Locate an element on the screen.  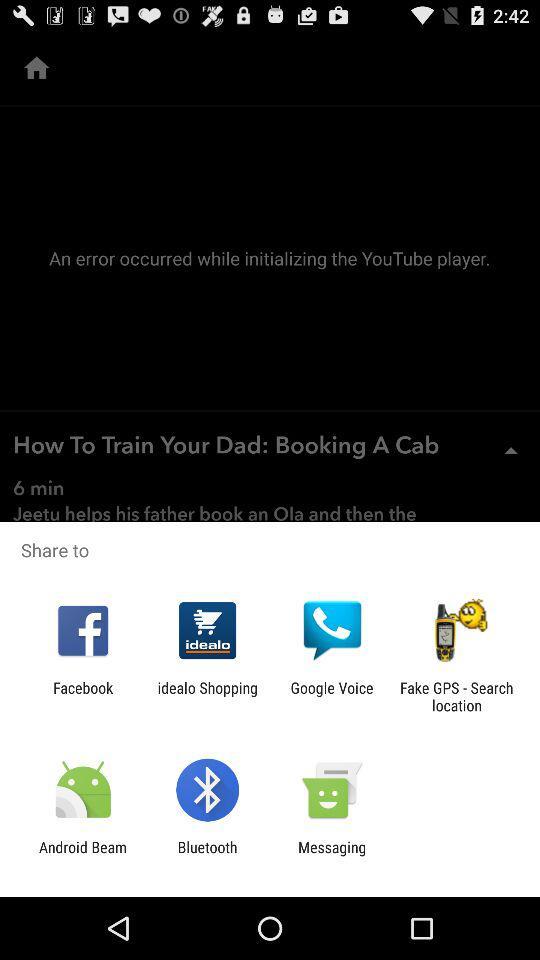
app next to idealo shopping item is located at coordinates (332, 696).